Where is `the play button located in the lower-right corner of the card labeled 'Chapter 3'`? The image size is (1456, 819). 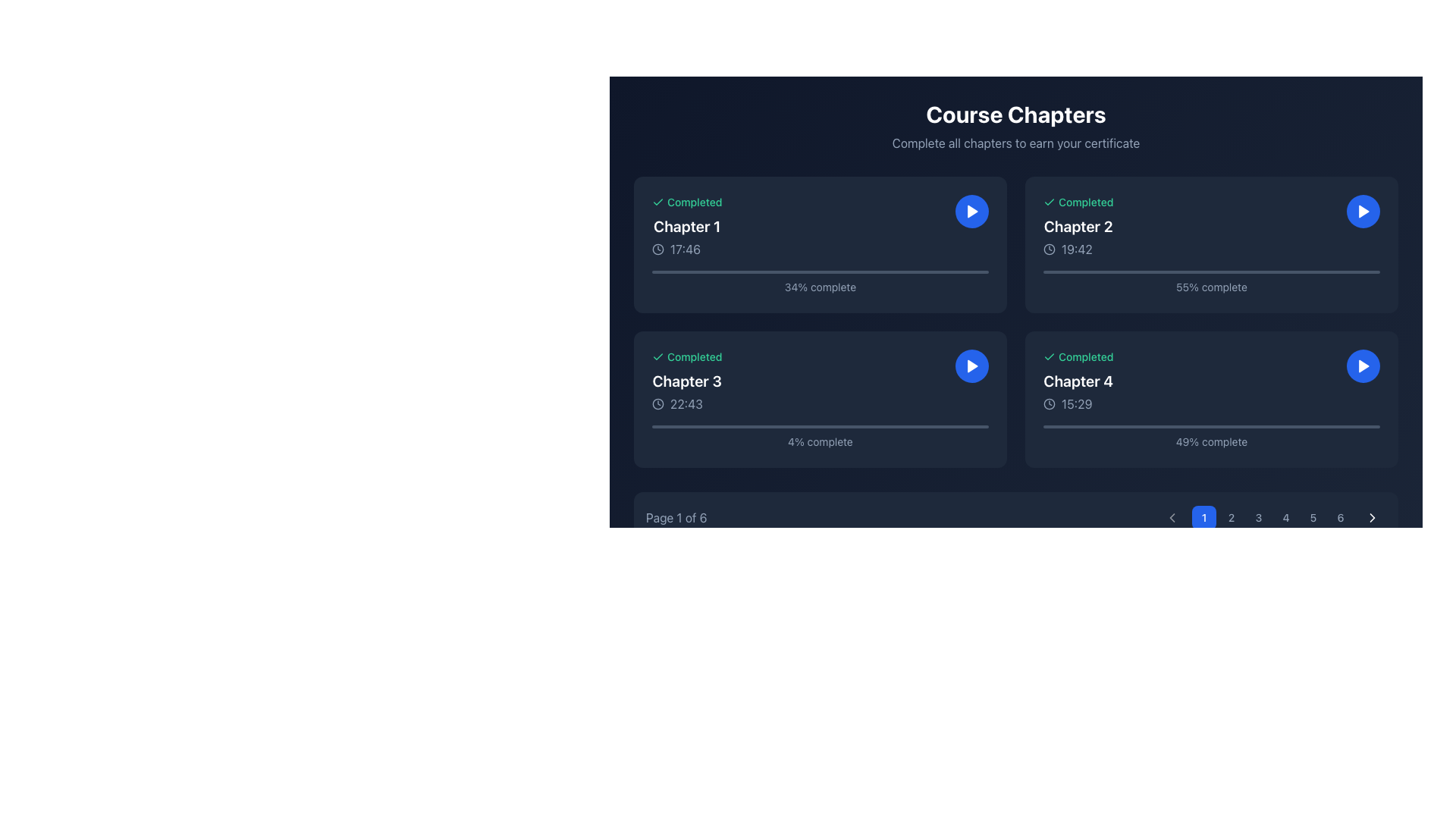 the play button located in the lower-right corner of the card labeled 'Chapter 3' is located at coordinates (971, 366).